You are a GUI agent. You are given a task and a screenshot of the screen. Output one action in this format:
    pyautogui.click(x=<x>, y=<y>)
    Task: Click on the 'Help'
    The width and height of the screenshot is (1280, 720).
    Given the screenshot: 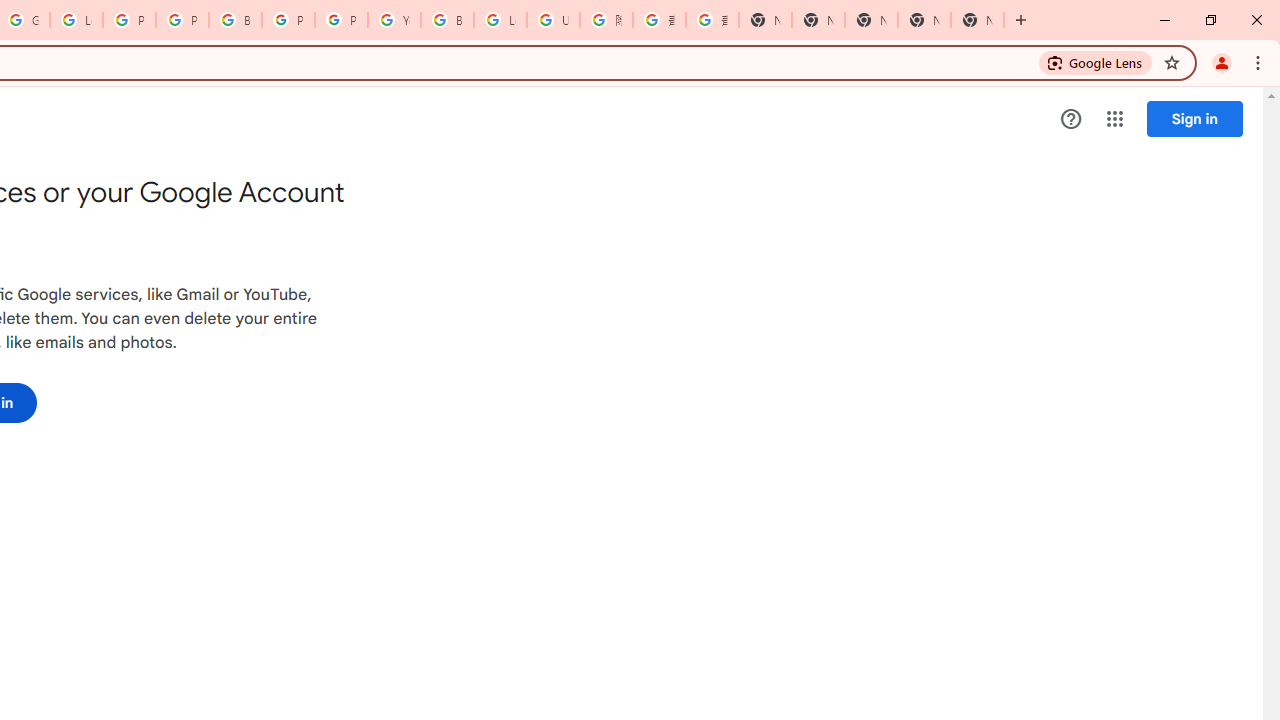 What is the action you would take?
    pyautogui.click(x=1070, y=119)
    